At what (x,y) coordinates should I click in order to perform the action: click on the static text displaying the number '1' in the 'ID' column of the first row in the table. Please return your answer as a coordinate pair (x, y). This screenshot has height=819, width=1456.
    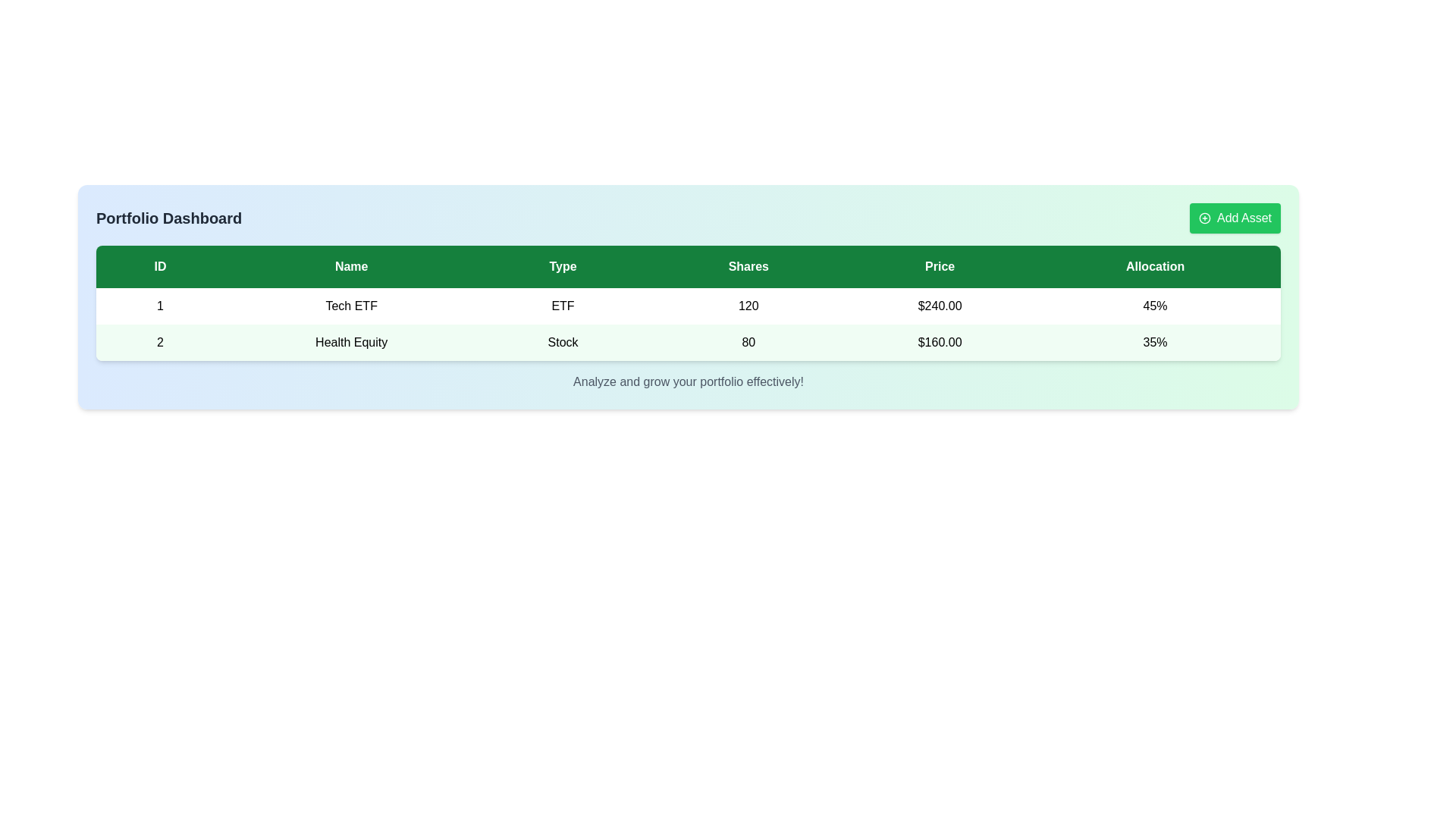
    Looking at the image, I should click on (160, 306).